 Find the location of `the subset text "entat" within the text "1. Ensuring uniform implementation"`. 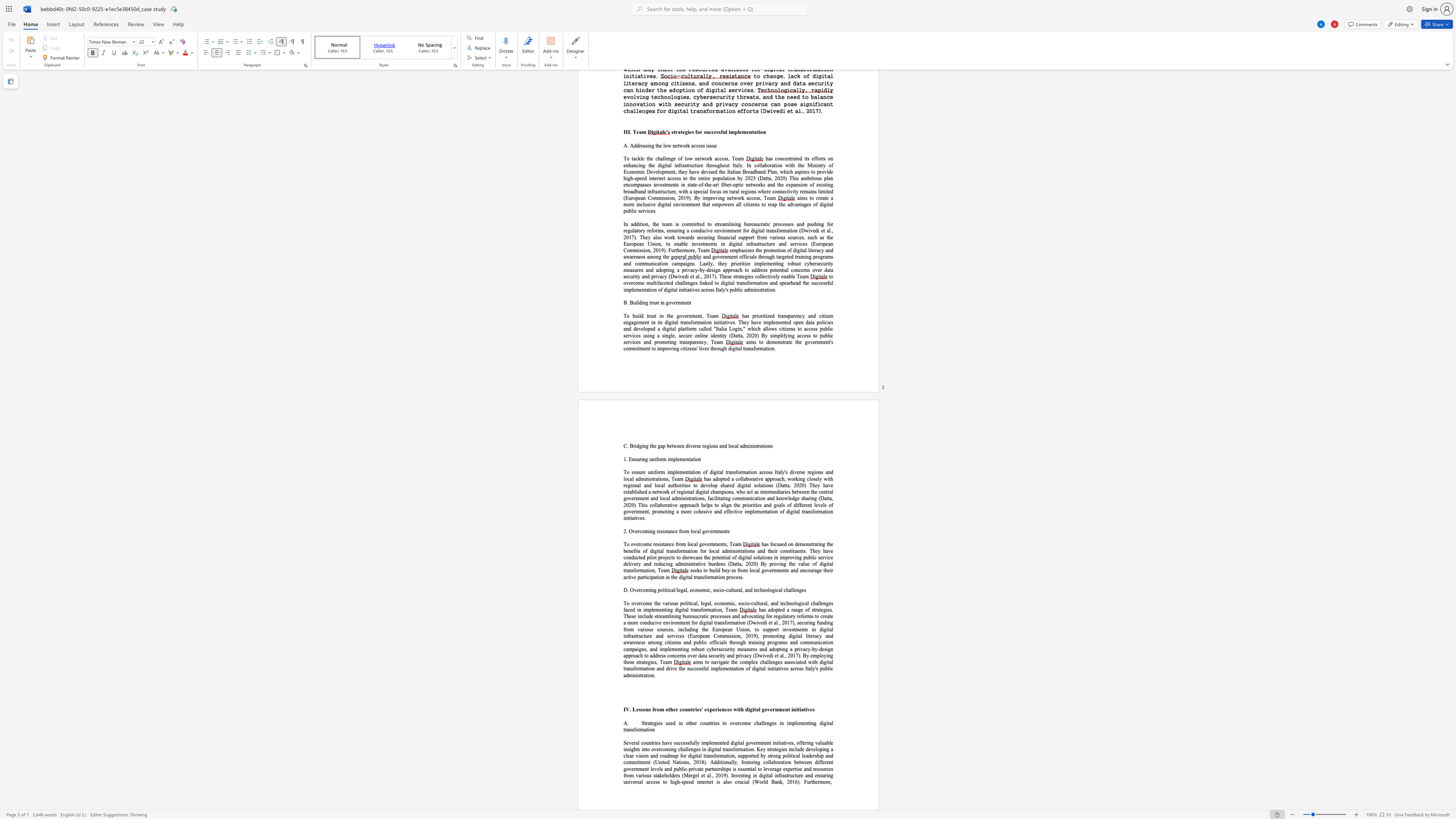

the subset text "entat" within the text "1. Ensuring uniform implementation" is located at coordinates (684, 459).